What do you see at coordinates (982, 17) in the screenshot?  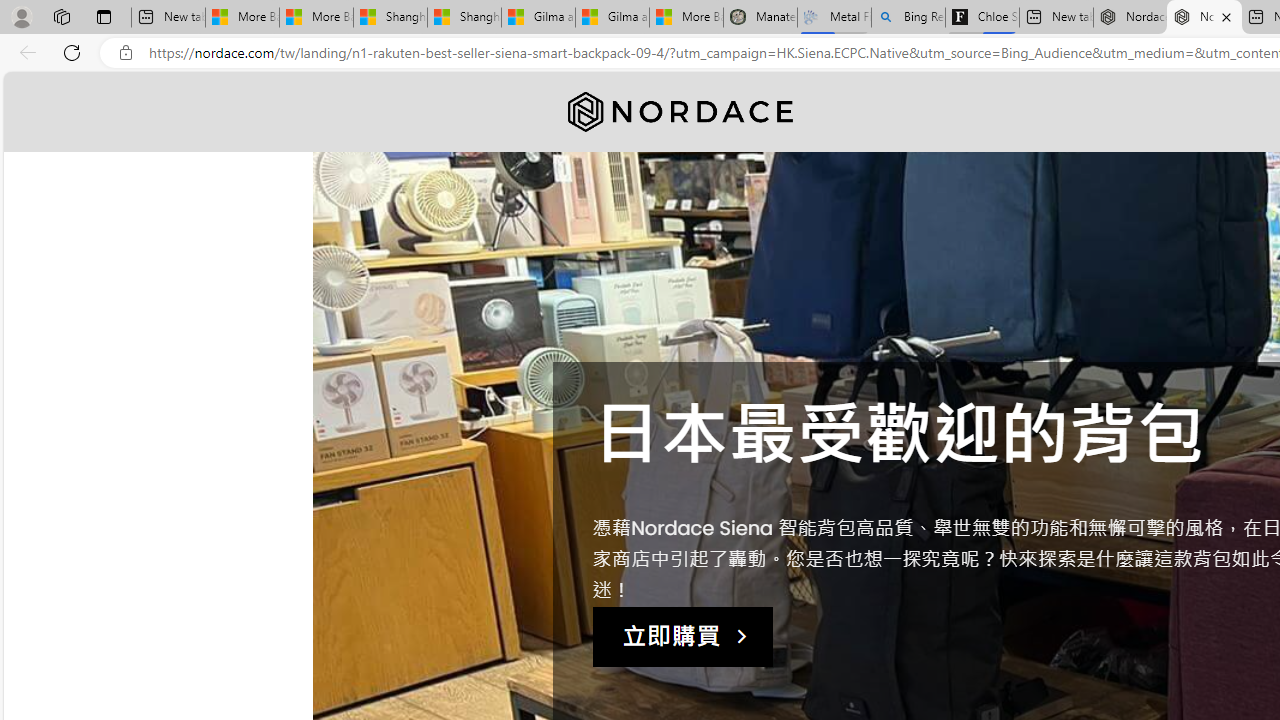 I see `'Chloe Sorvino'` at bounding box center [982, 17].